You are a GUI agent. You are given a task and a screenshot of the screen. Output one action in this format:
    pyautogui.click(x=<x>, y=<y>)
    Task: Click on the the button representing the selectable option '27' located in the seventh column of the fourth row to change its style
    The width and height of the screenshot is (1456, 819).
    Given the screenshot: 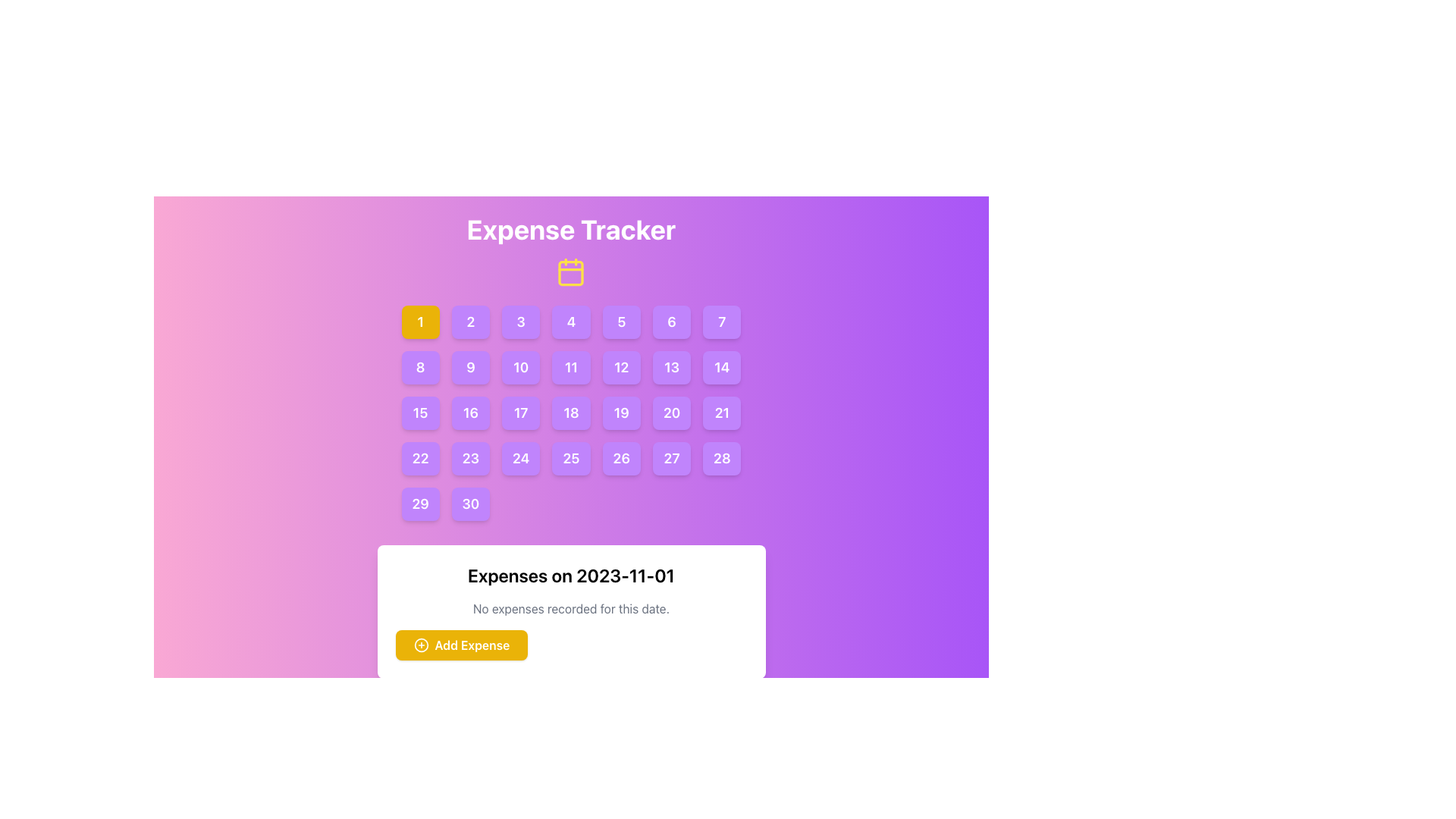 What is the action you would take?
    pyautogui.click(x=671, y=458)
    